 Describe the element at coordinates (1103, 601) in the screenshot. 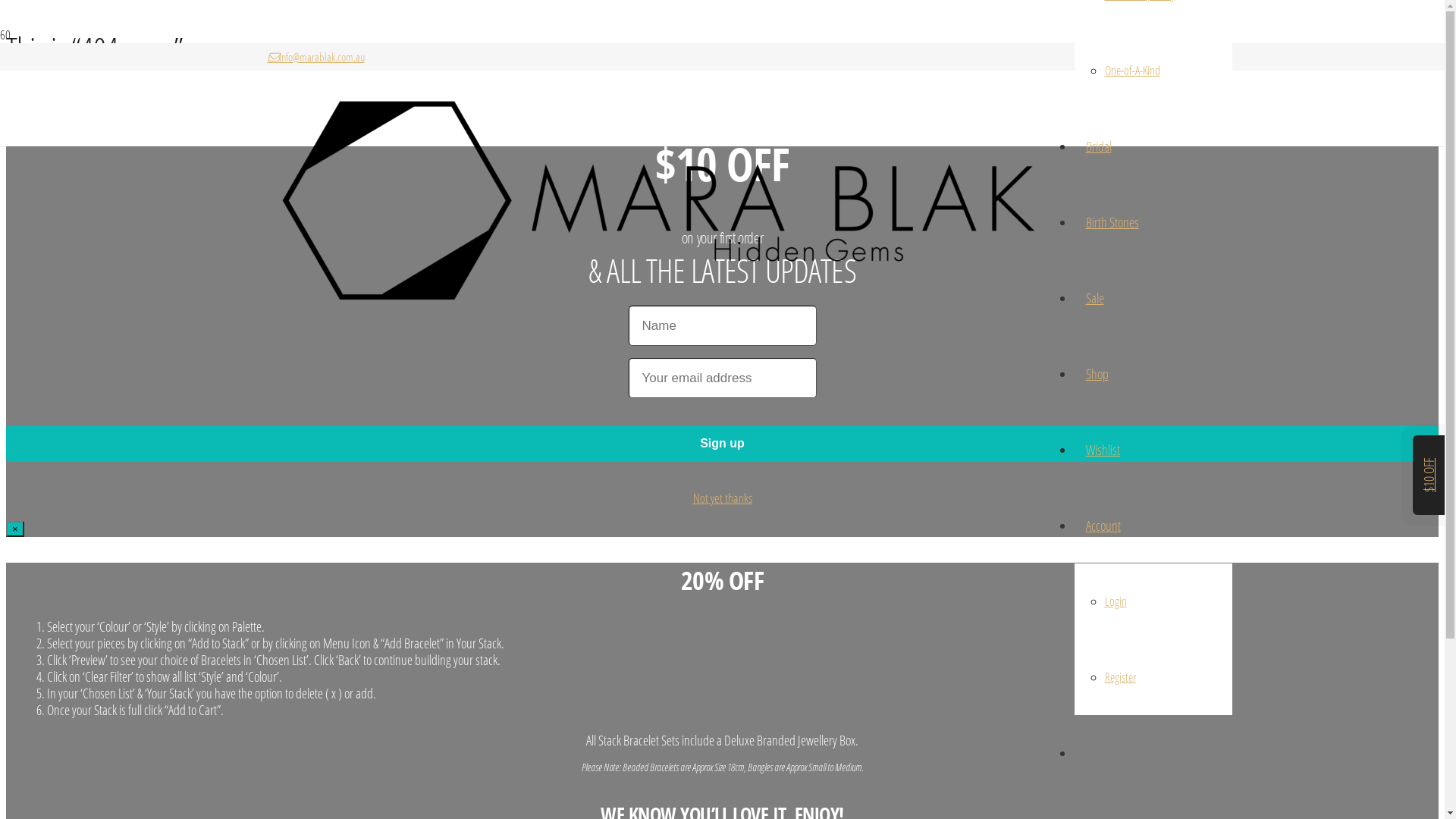

I see `'Login'` at that location.